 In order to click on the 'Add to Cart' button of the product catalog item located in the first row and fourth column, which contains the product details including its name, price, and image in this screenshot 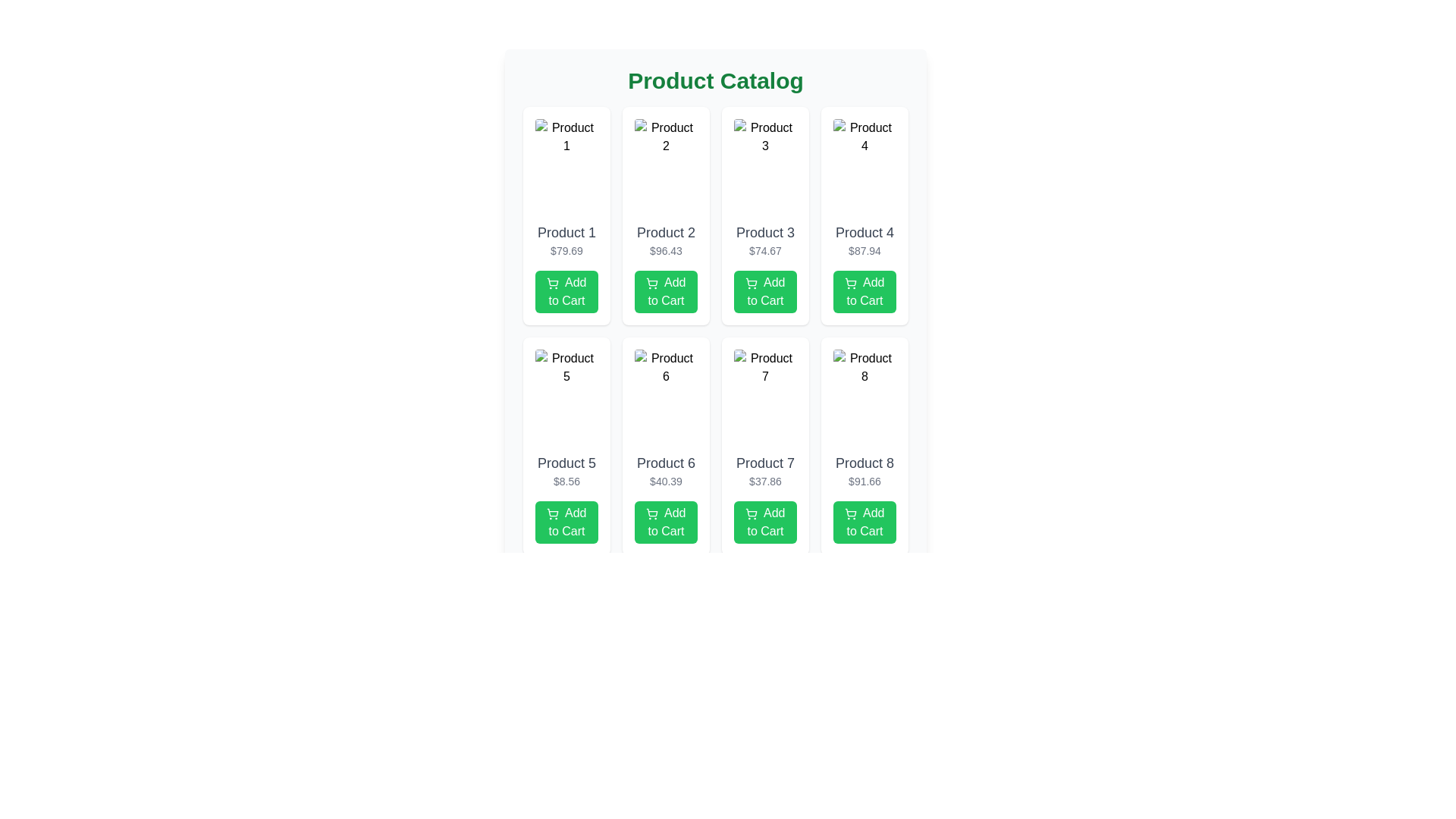, I will do `click(864, 216)`.